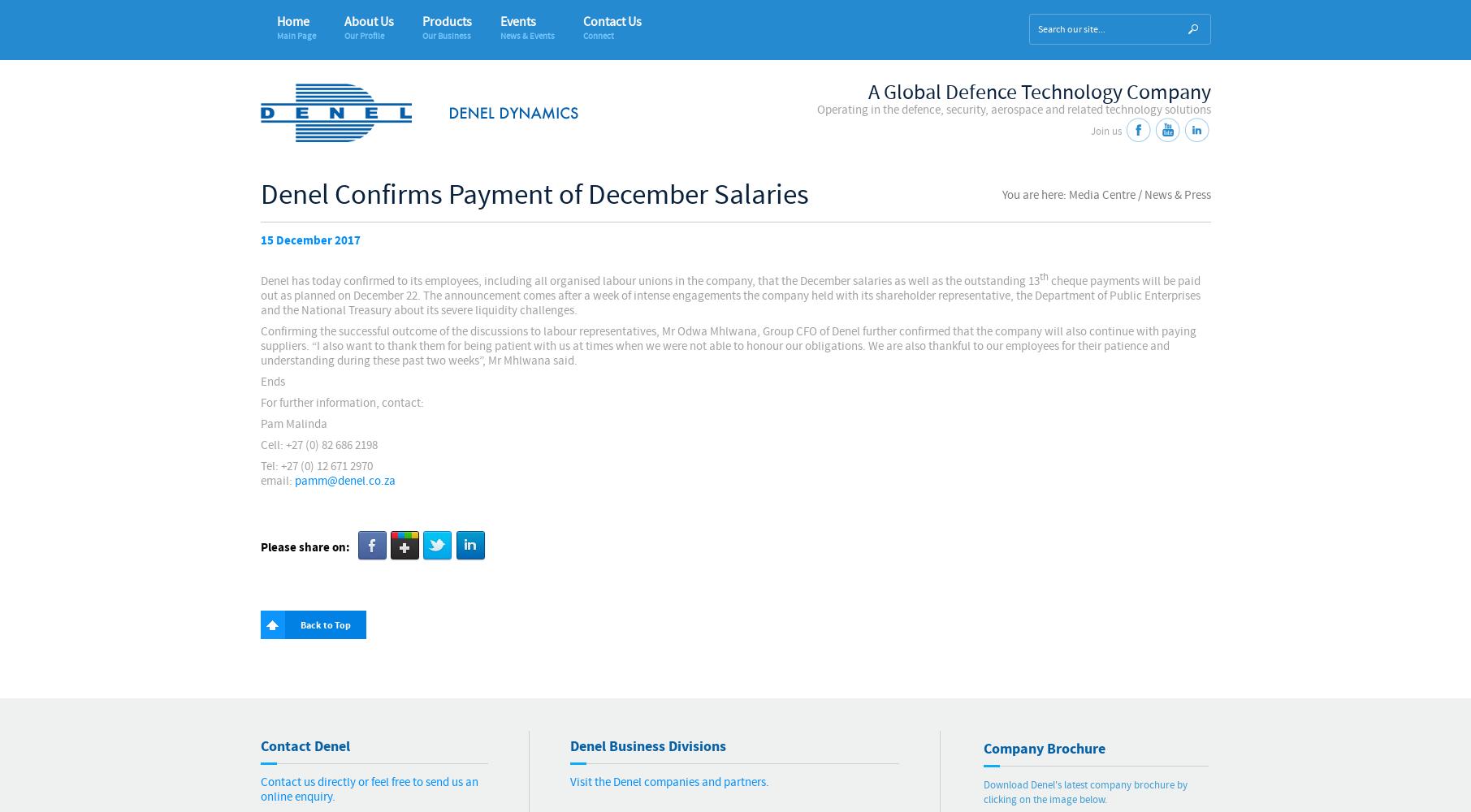 This screenshot has height=812, width=1471. What do you see at coordinates (259, 280) in the screenshot?
I see `'Denel has today confirmed to its employees, including all organised labour unions in the company, that the December salaries as well as the outstanding 13'` at bounding box center [259, 280].